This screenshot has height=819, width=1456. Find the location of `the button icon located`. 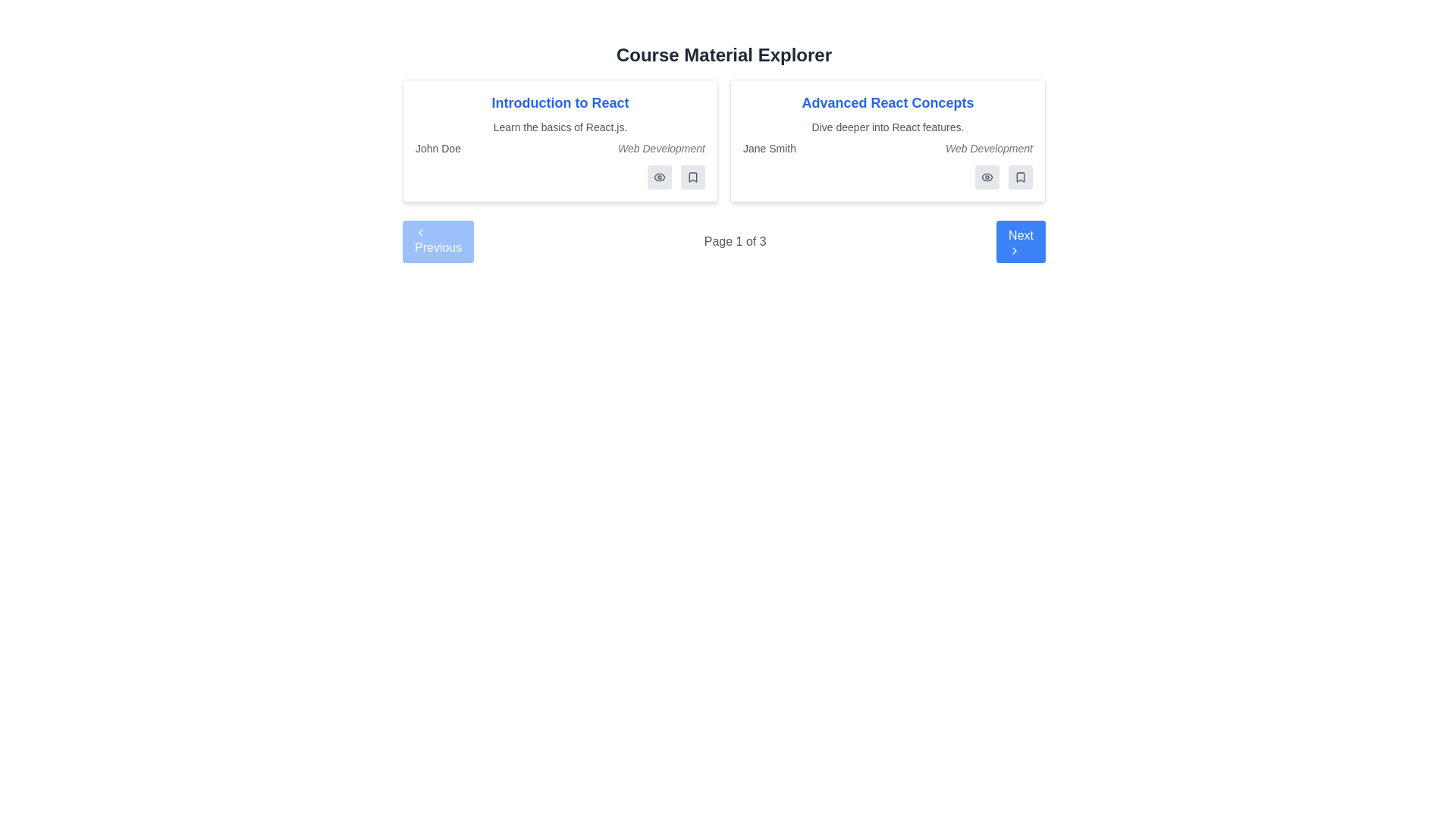

the button icon located is located at coordinates (987, 177).